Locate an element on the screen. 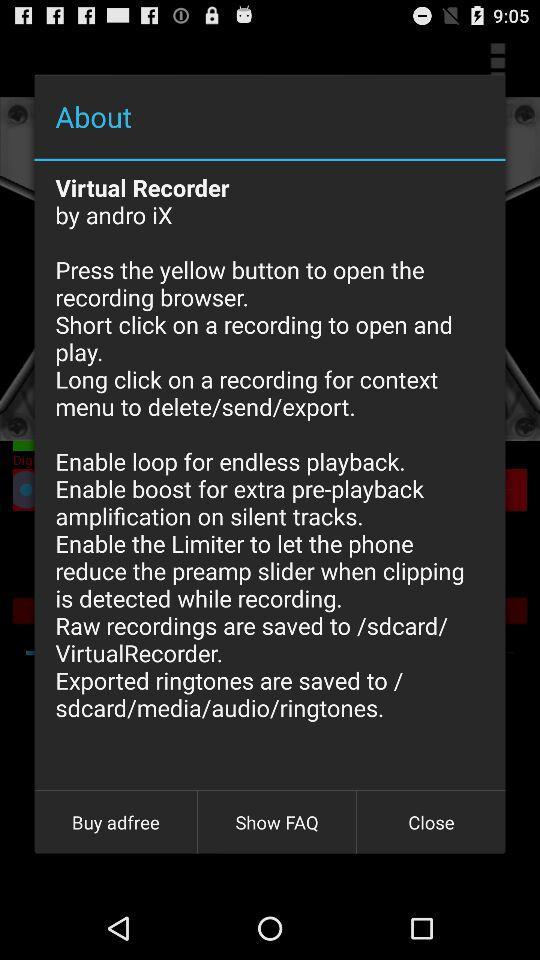 This screenshot has width=540, height=960. the icon to the right of the show faq icon is located at coordinates (430, 822).